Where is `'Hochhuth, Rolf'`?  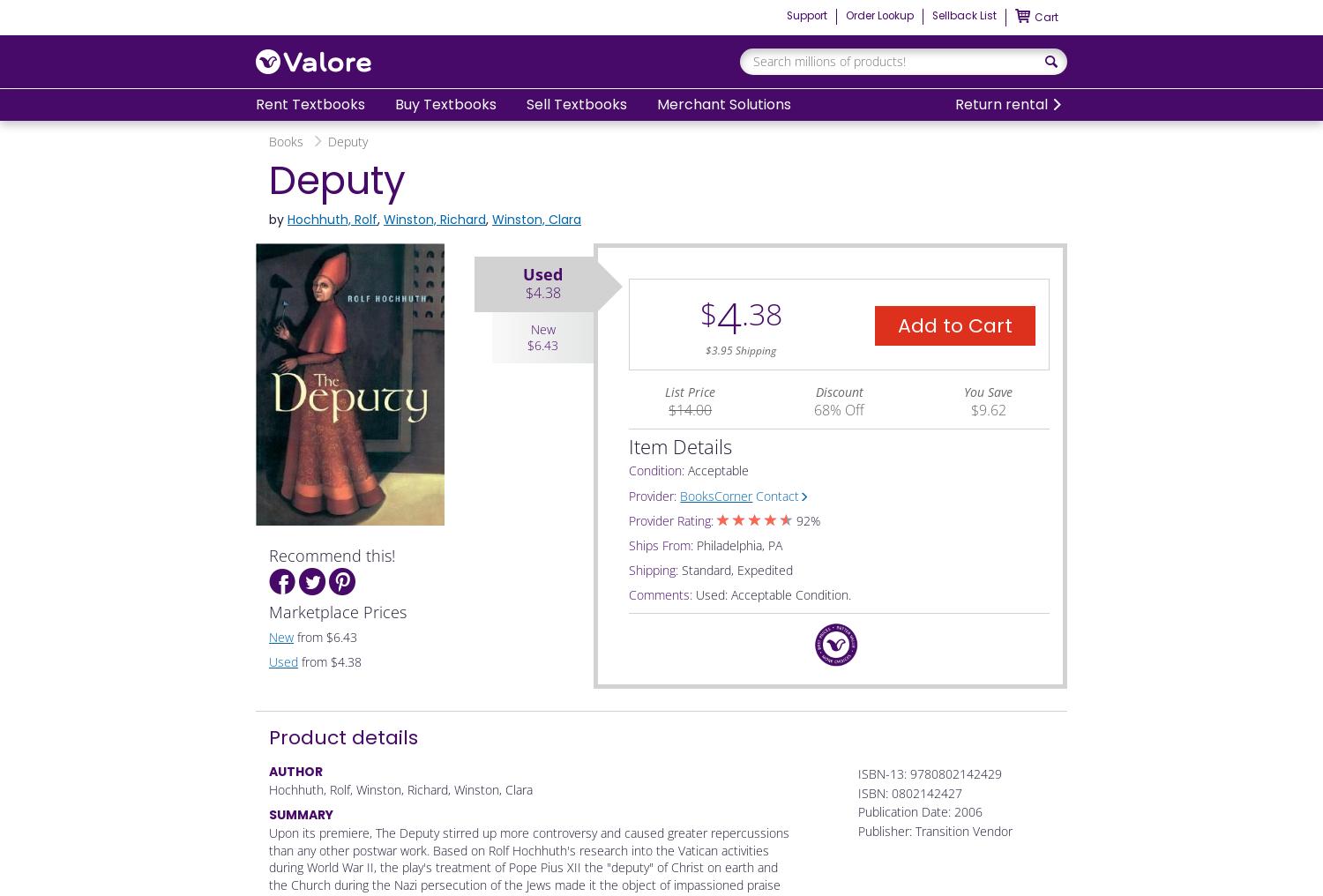
'Hochhuth, Rolf' is located at coordinates (332, 219).